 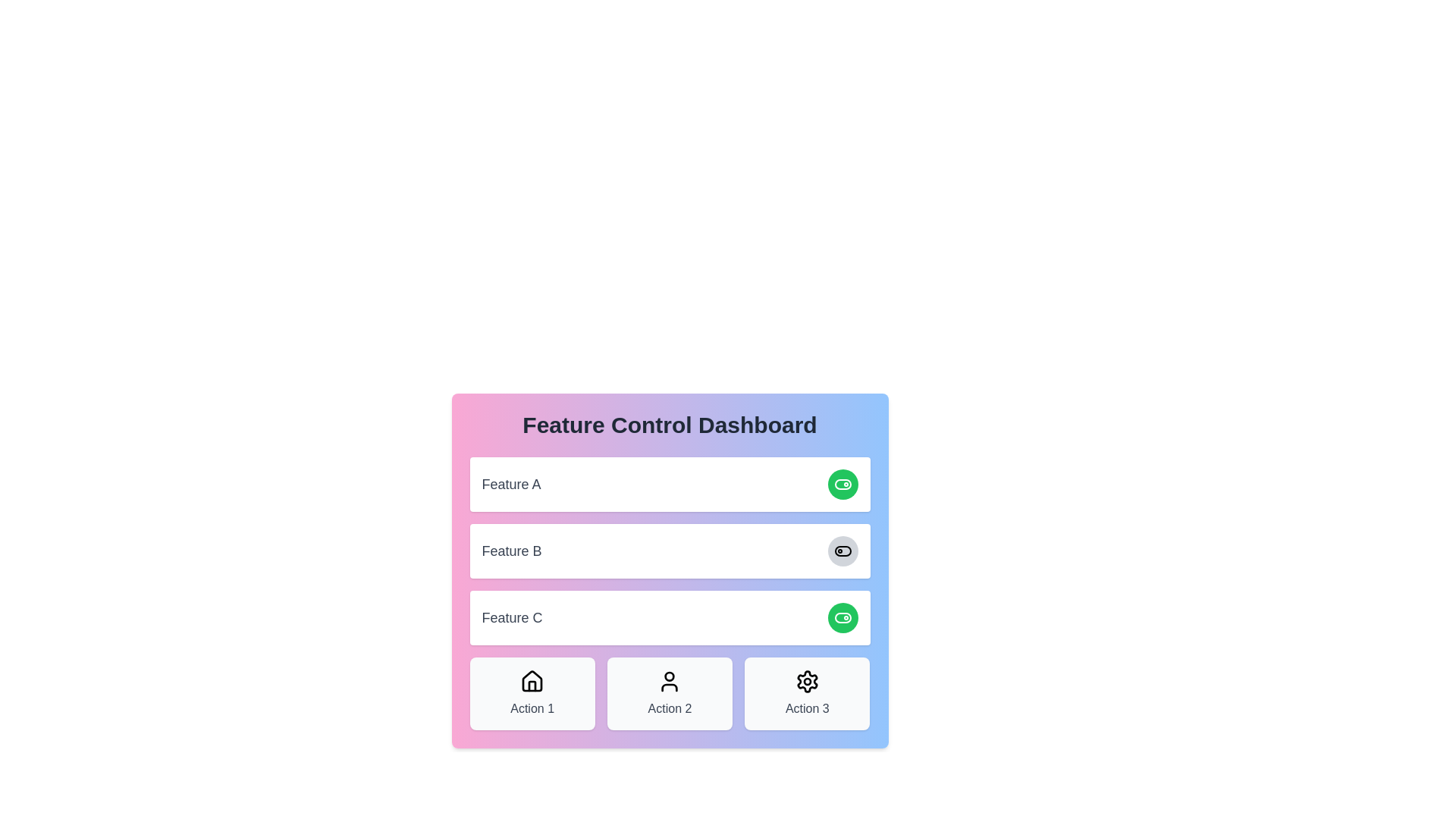 What do you see at coordinates (842, 551) in the screenshot?
I see `the toggle switch base, which is a rectangular SVG shape with rounded corners and a subtle gray fill, located to the right of the 'Feature B' row in the dashboard interface` at bounding box center [842, 551].